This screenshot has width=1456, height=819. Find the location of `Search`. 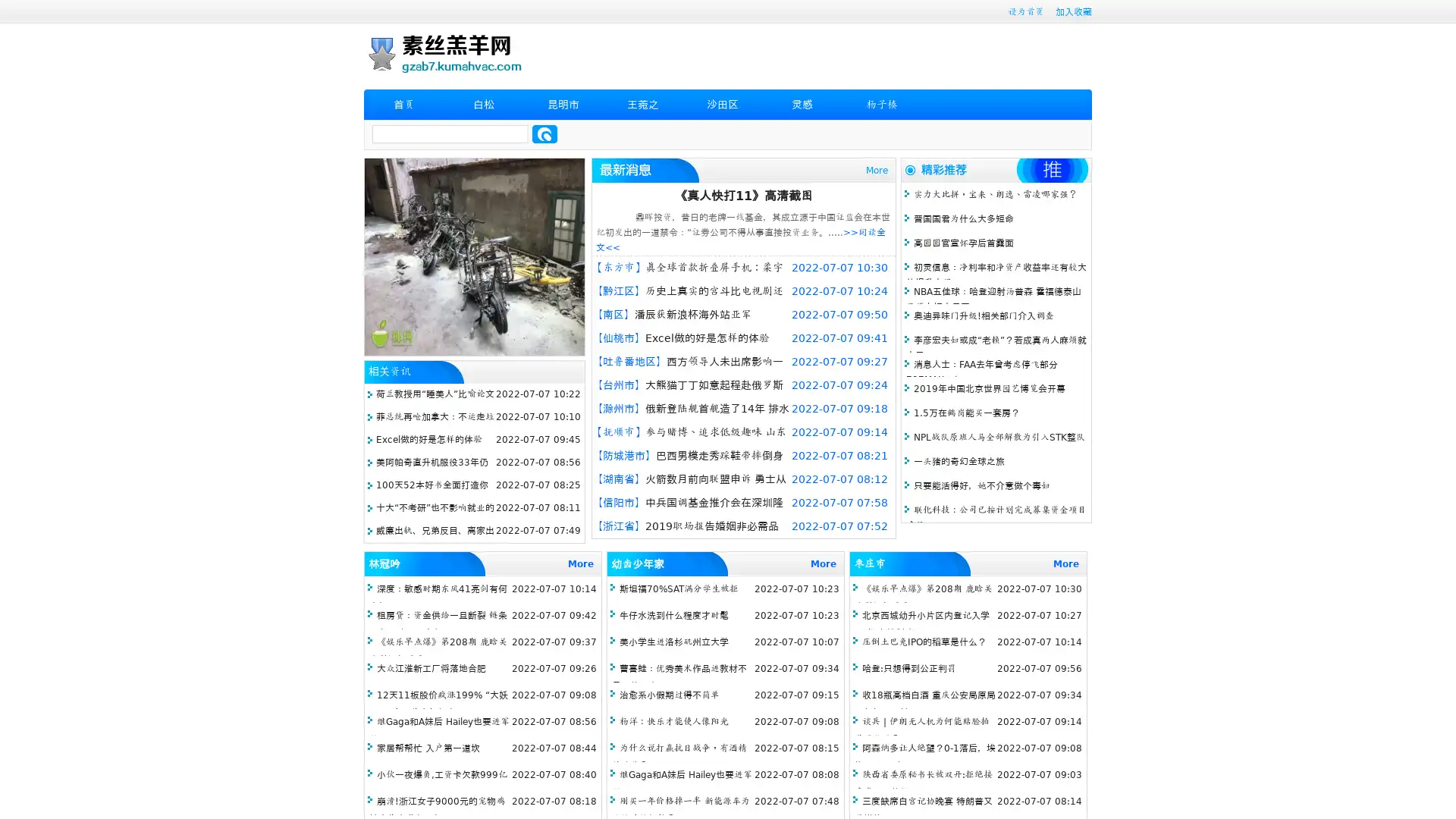

Search is located at coordinates (544, 133).